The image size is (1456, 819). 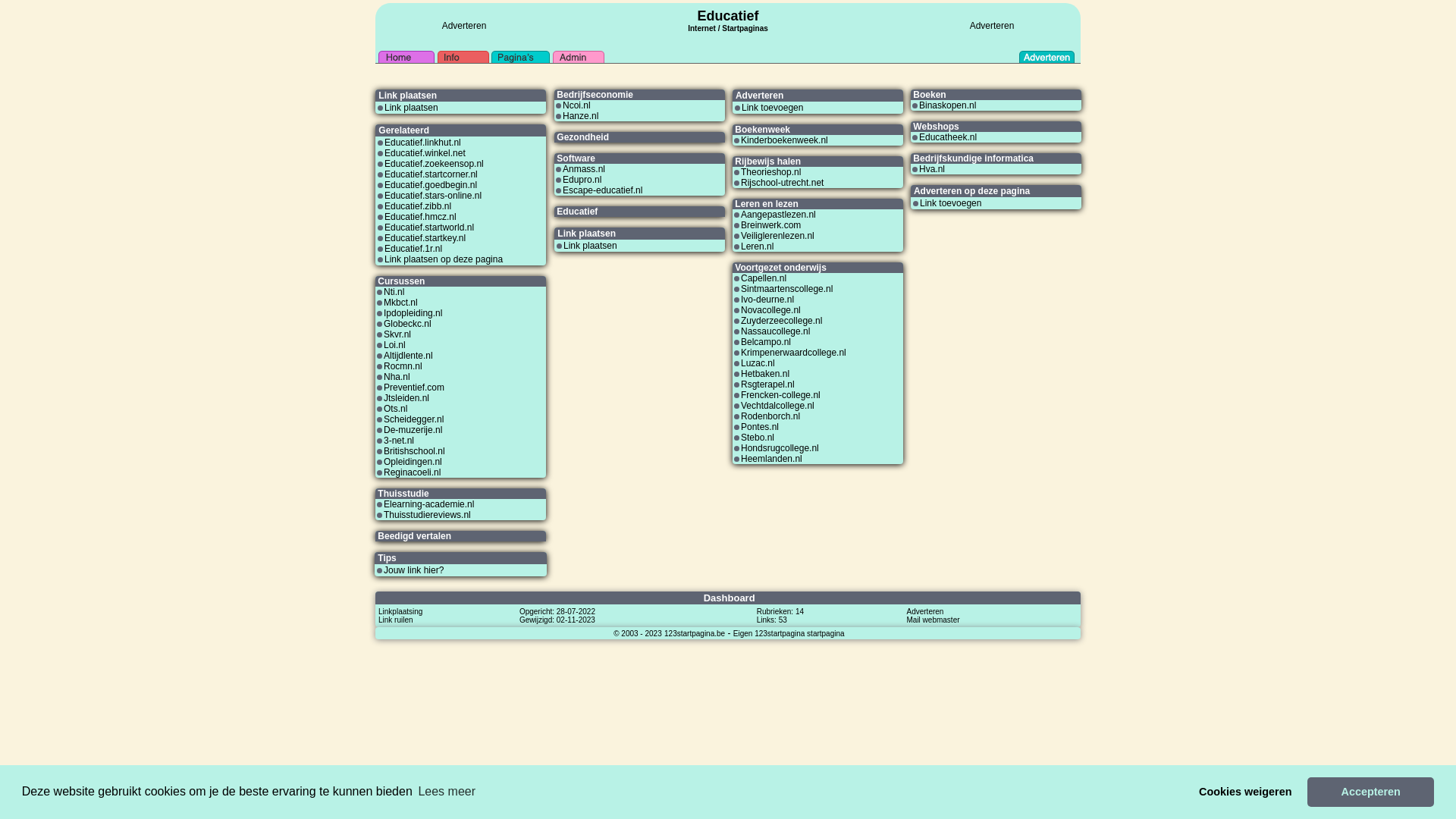 What do you see at coordinates (407, 323) in the screenshot?
I see `'Globeckc.nl'` at bounding box center [407, 323].